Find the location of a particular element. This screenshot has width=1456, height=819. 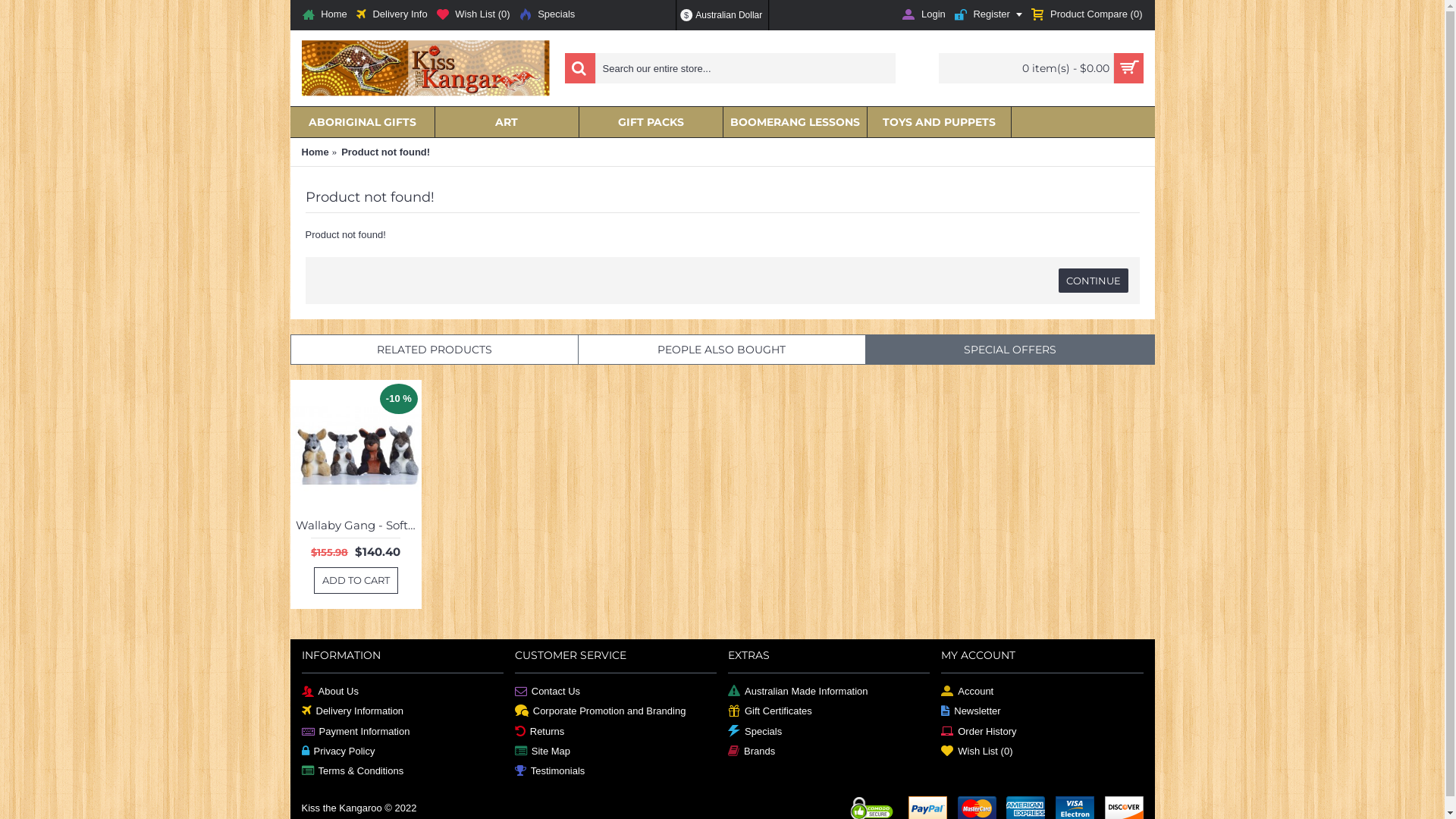

'ADD TO CART' is located at coordinates (355, 580).